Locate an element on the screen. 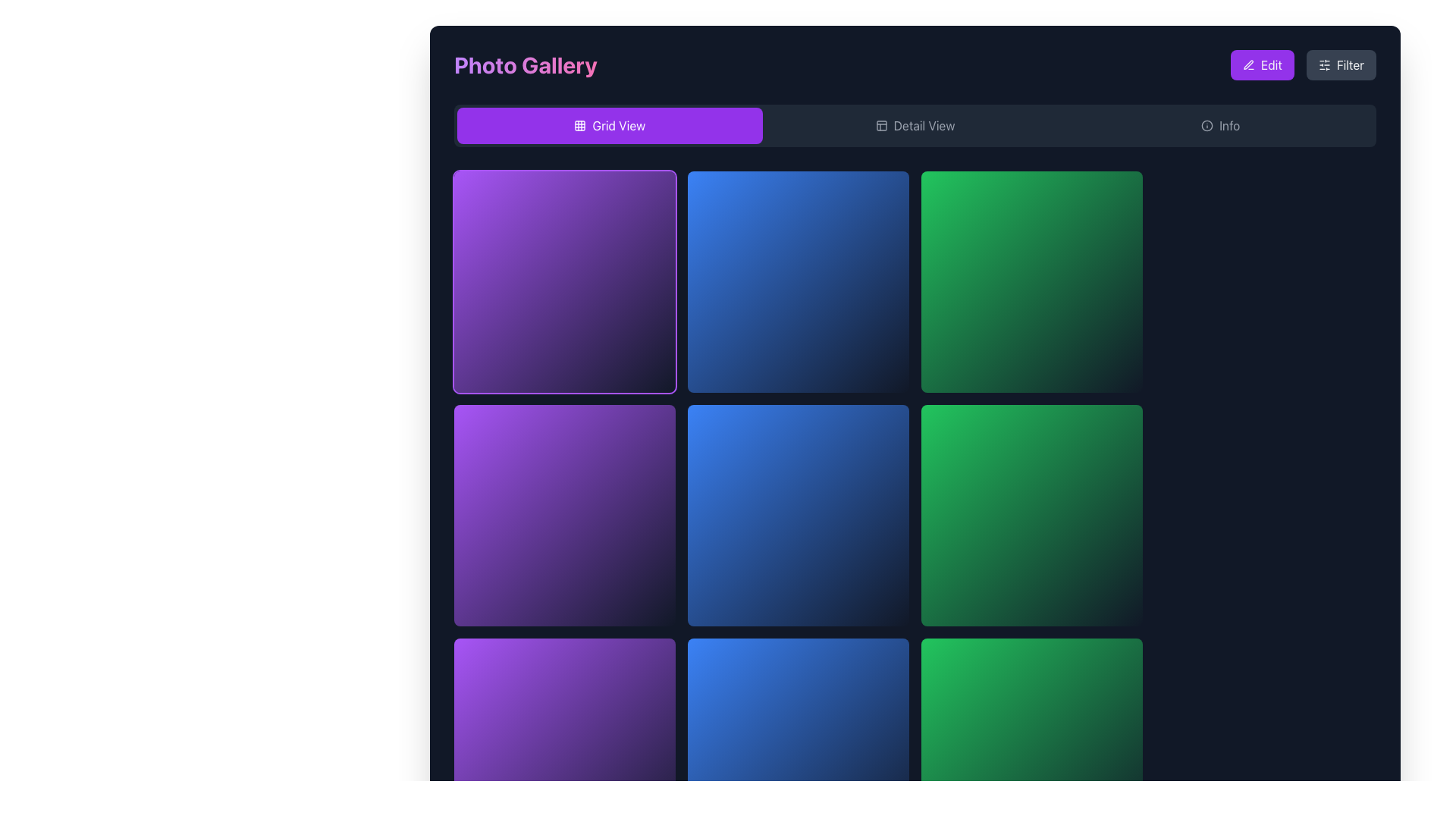 Image resolution: width=1456 pixels, height=819 pixels. the 'favorite' or 'like' button located in the top-right corner of the grid item in the Photo Gallery interface is located at coordinates (1125, 423).